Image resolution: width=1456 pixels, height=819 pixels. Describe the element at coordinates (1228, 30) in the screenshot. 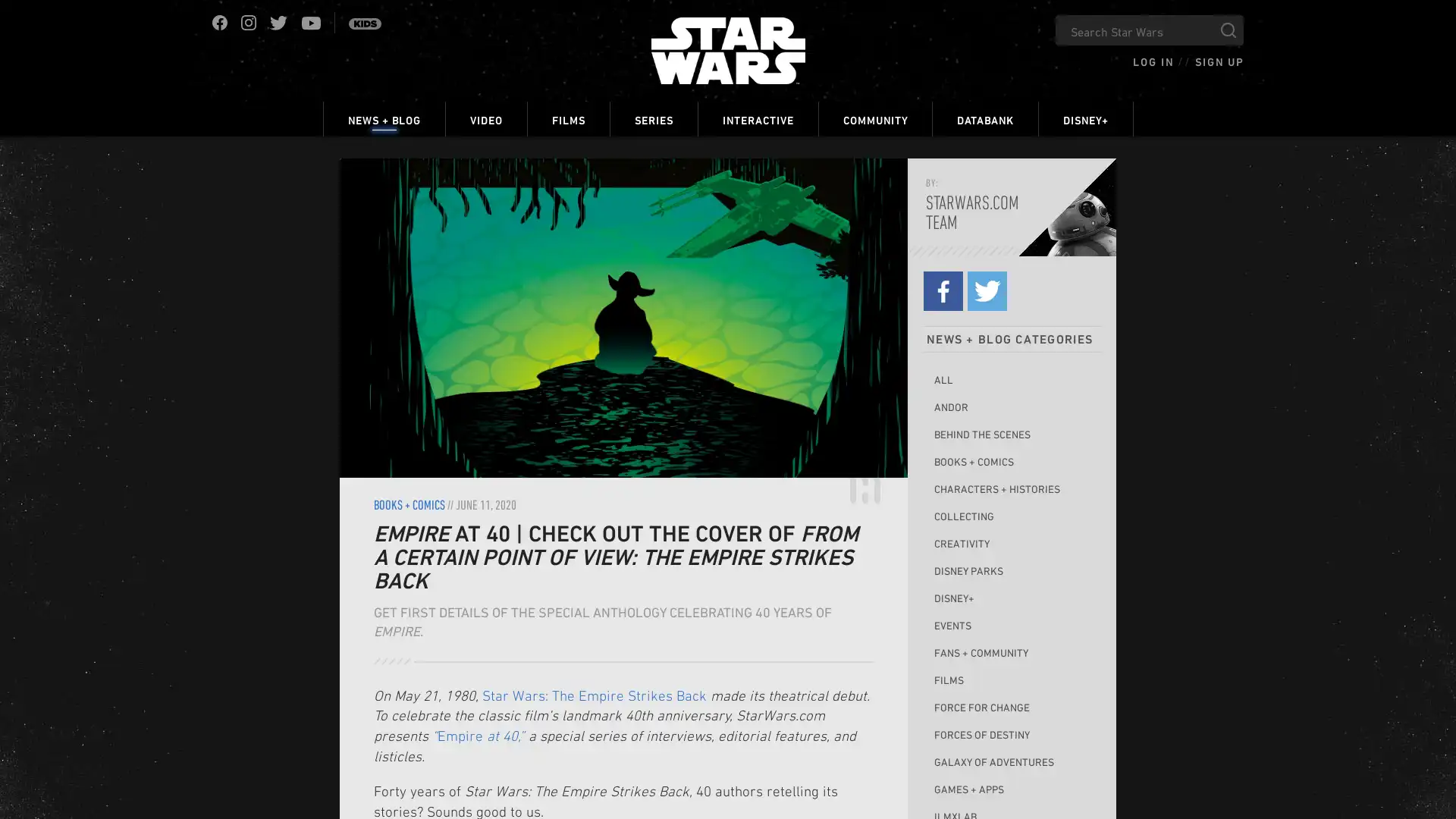

I see `Open Search` at that location.